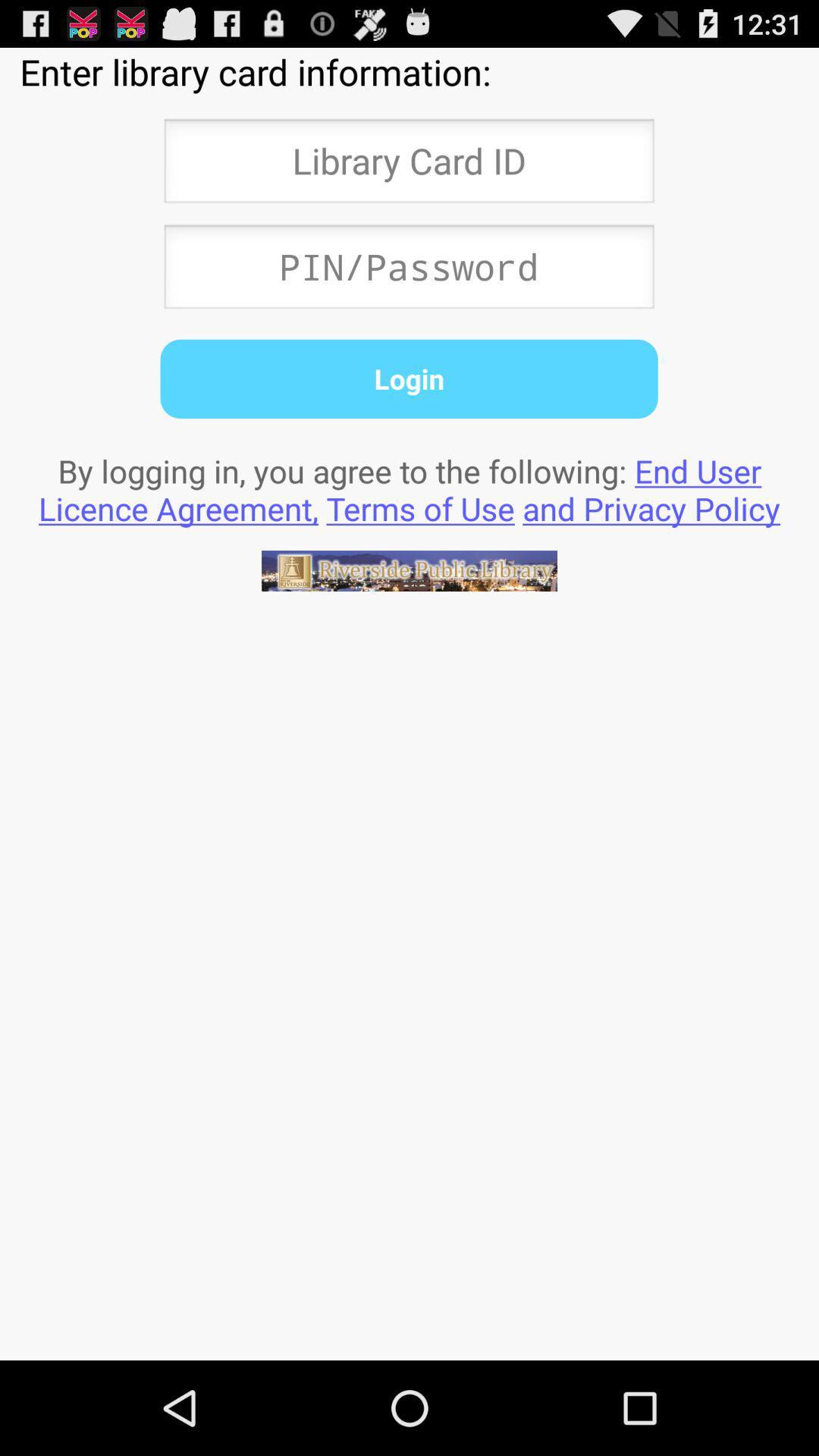  I want to click on item above by logging in item, so click(408, 378).